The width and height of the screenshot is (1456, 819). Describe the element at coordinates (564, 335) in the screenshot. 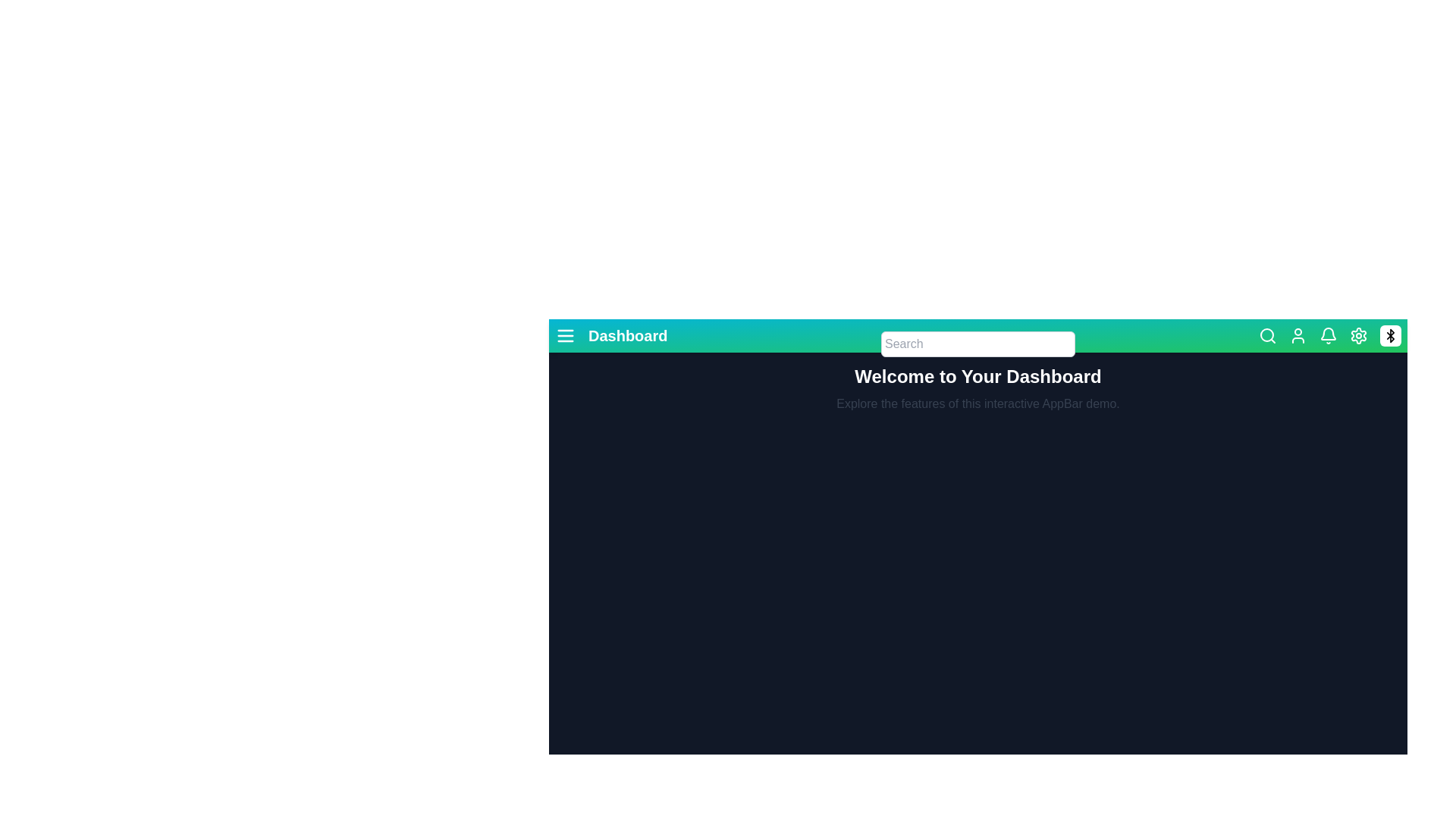

I see `the menu icon to toggle the menu visibility` at that location.